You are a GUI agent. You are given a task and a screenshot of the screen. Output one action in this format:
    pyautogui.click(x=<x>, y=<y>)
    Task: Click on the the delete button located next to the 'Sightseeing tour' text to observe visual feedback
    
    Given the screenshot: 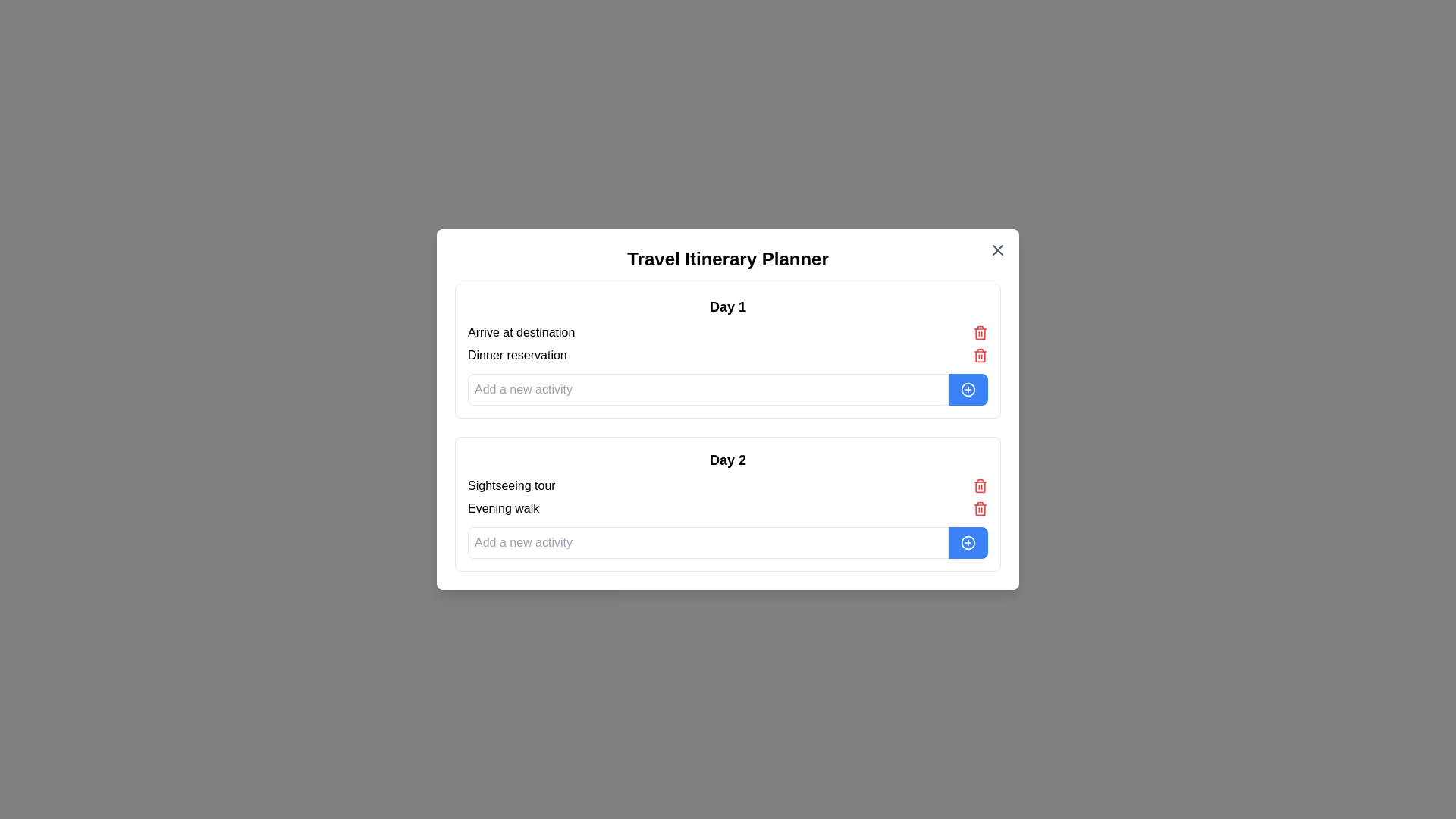 What is the action you would take?
    pyautogui.click(x=980, y=485)
    